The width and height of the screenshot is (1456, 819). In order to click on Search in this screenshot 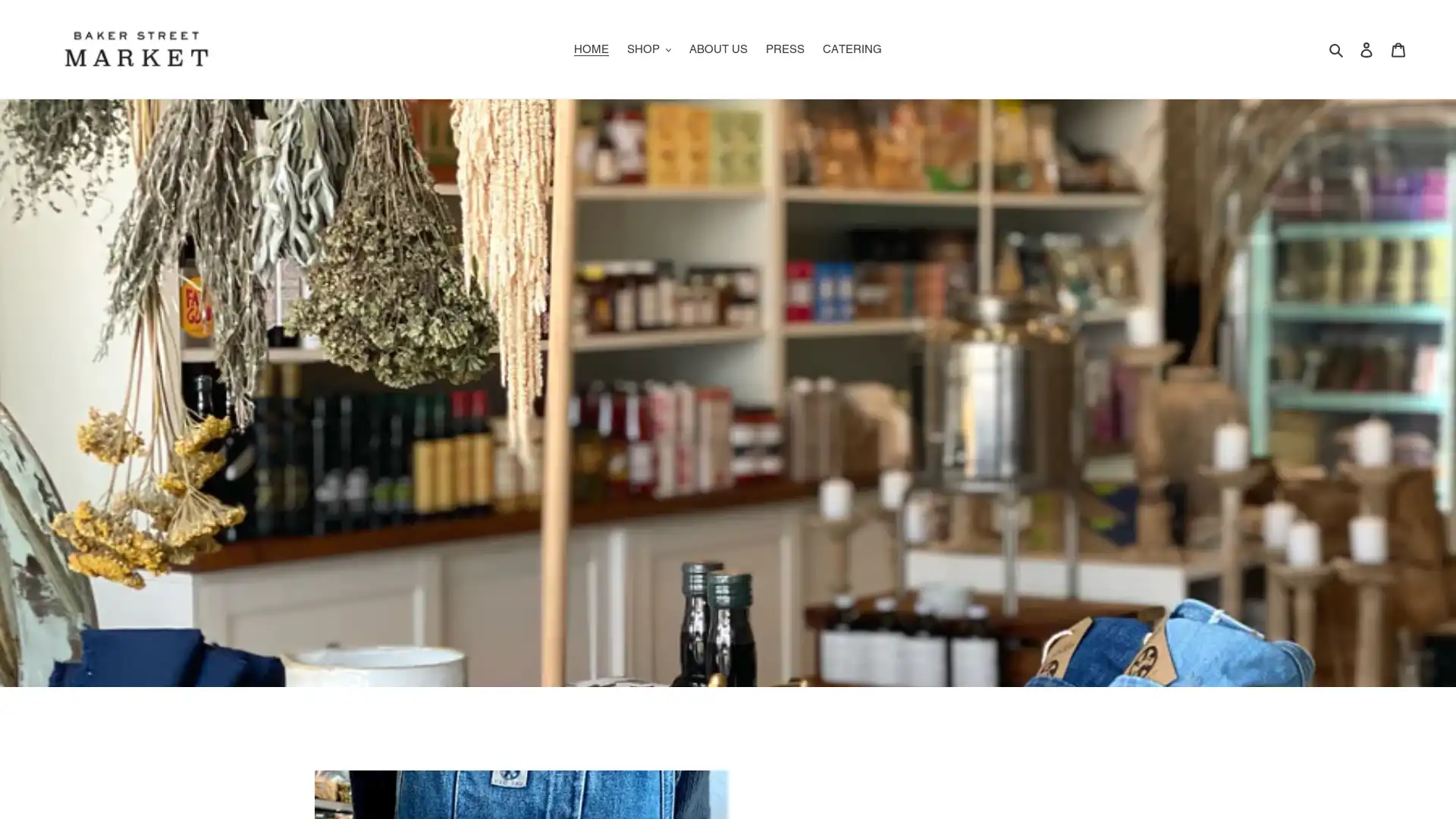, I will do `click(1337, 48)`.